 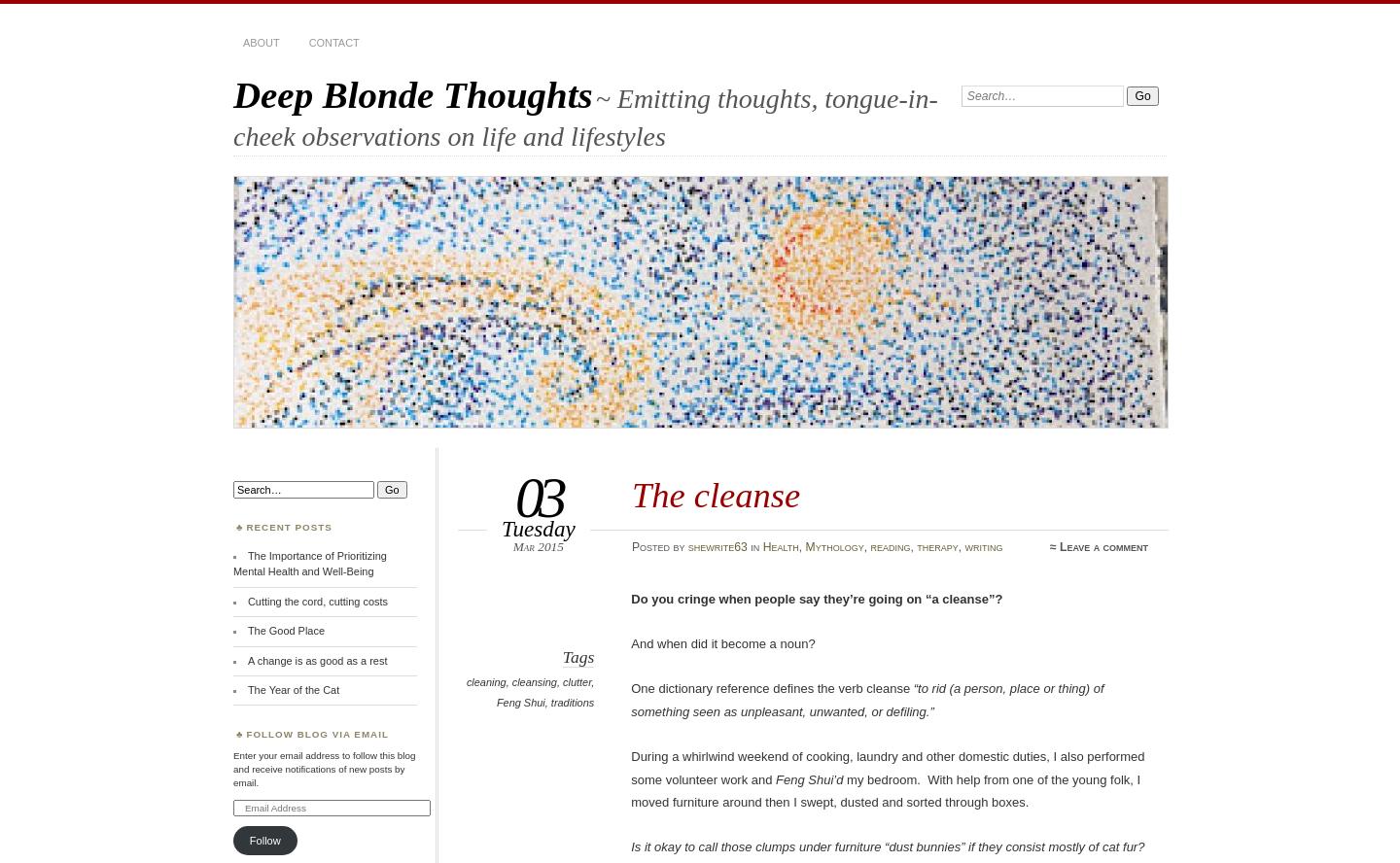 What do you see at coordinates (510, 681) in the screenshot?
I see `'cleansing'` at bounding box center [510, 681].